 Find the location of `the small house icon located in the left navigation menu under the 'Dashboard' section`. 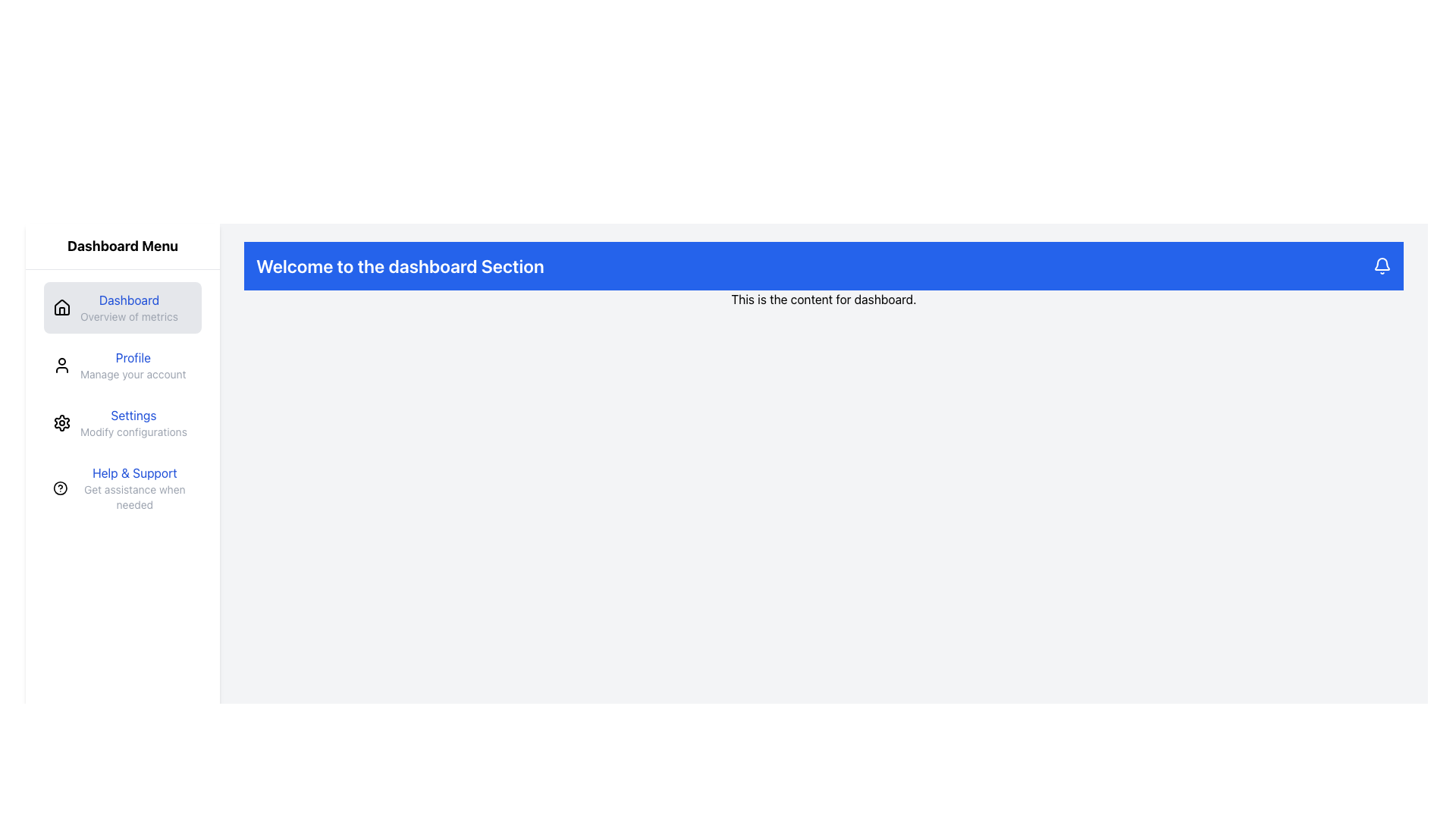

the small house icon located in the left navigation menu under the 'Dashboard' section is located at coordinates (61, 307).